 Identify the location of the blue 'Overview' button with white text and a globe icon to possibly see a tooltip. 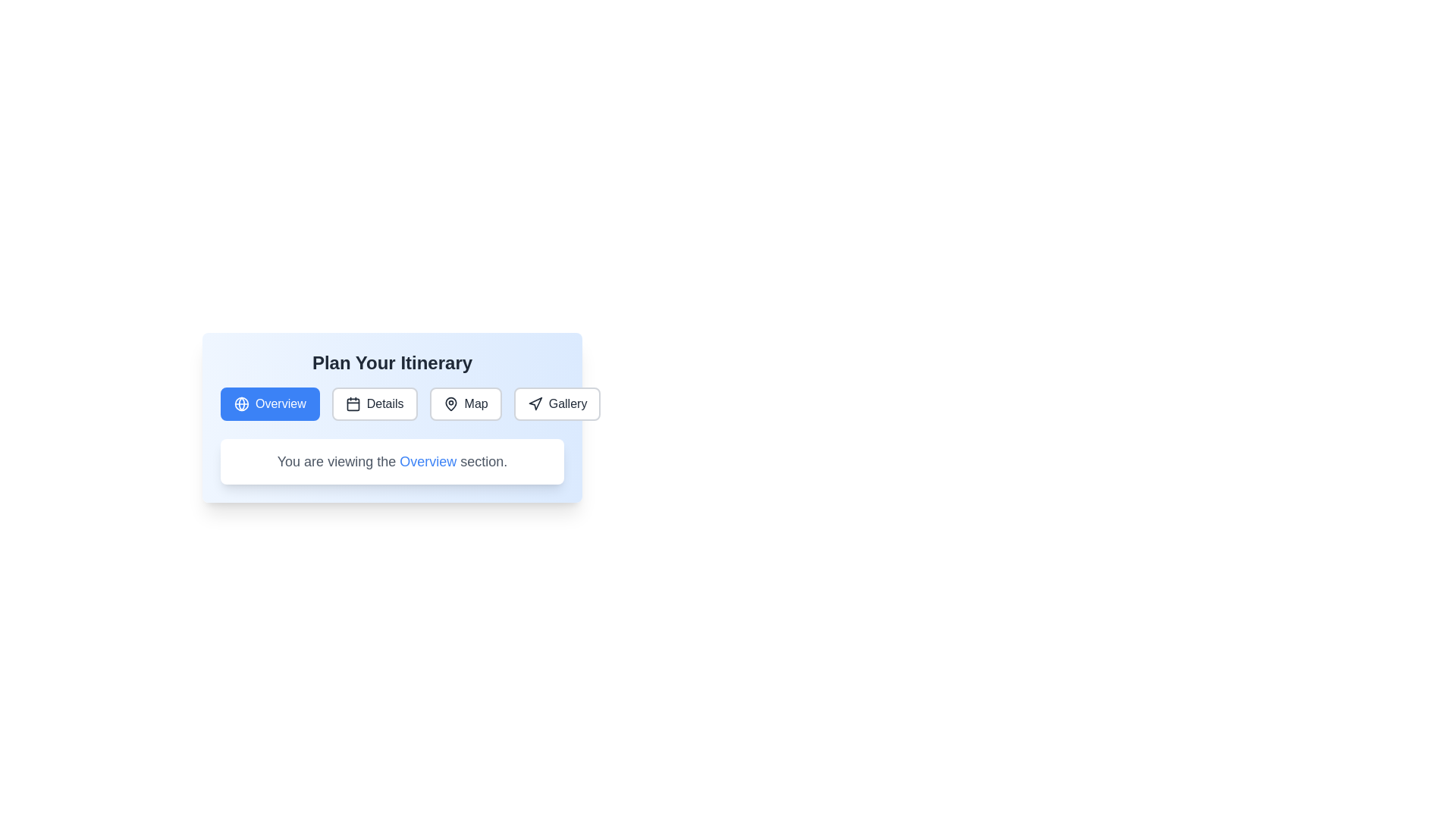
(270, 403).